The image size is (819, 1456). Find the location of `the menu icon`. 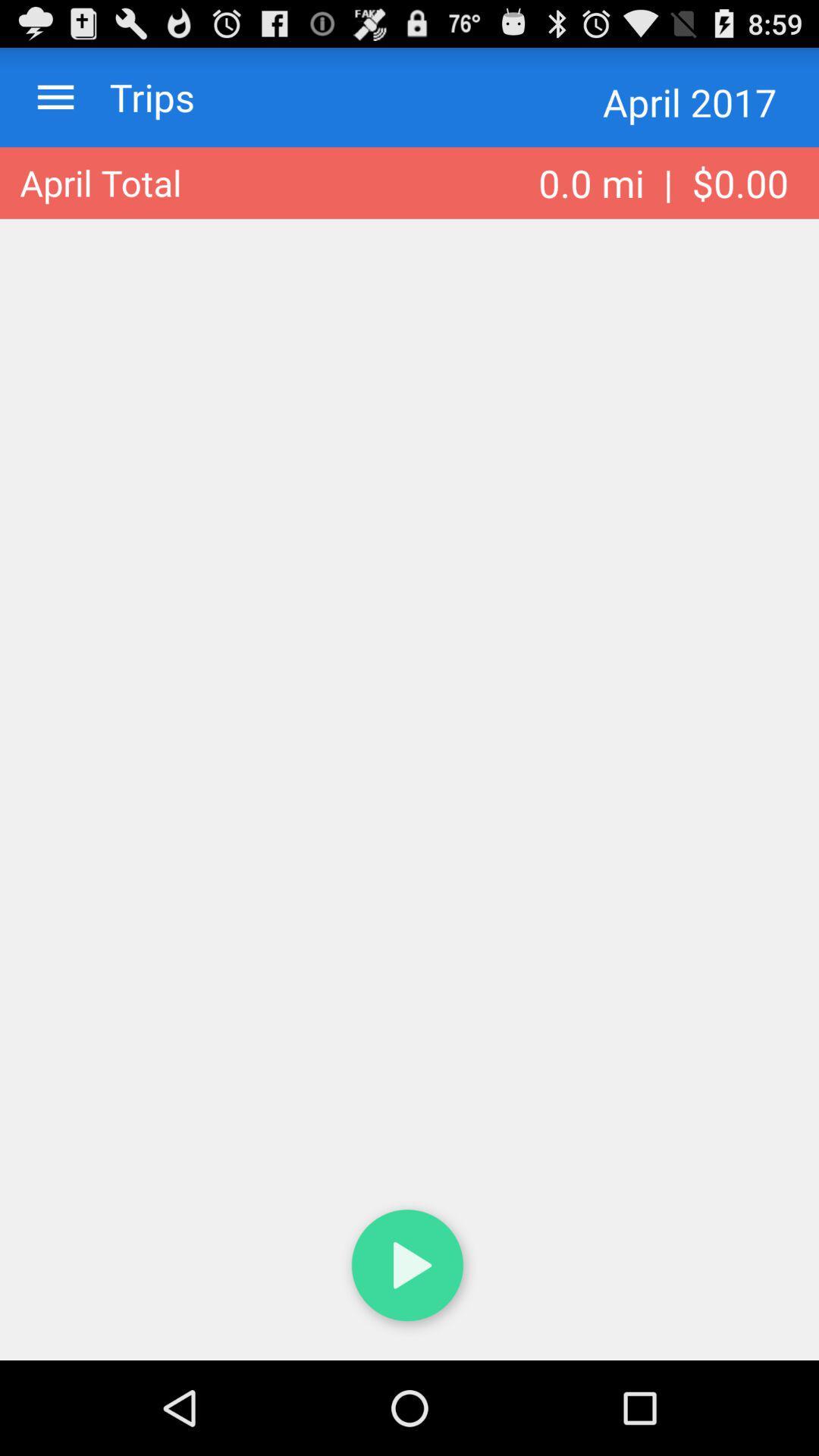

the menu icon is located at coordinates (55, 103).